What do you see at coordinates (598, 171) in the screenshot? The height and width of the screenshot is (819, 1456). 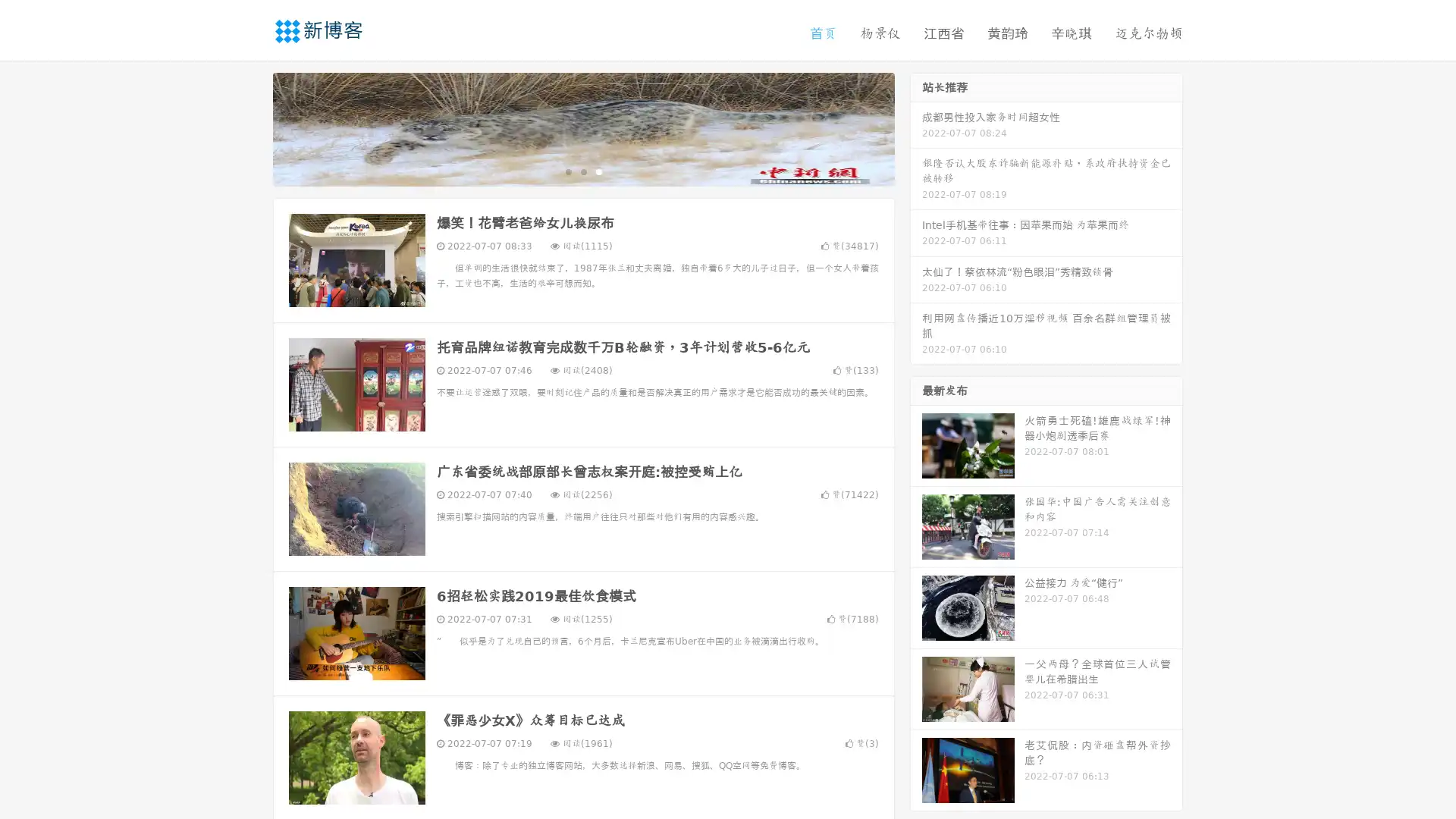 I see `Go to slide 3` at bounding box center [598, 171].